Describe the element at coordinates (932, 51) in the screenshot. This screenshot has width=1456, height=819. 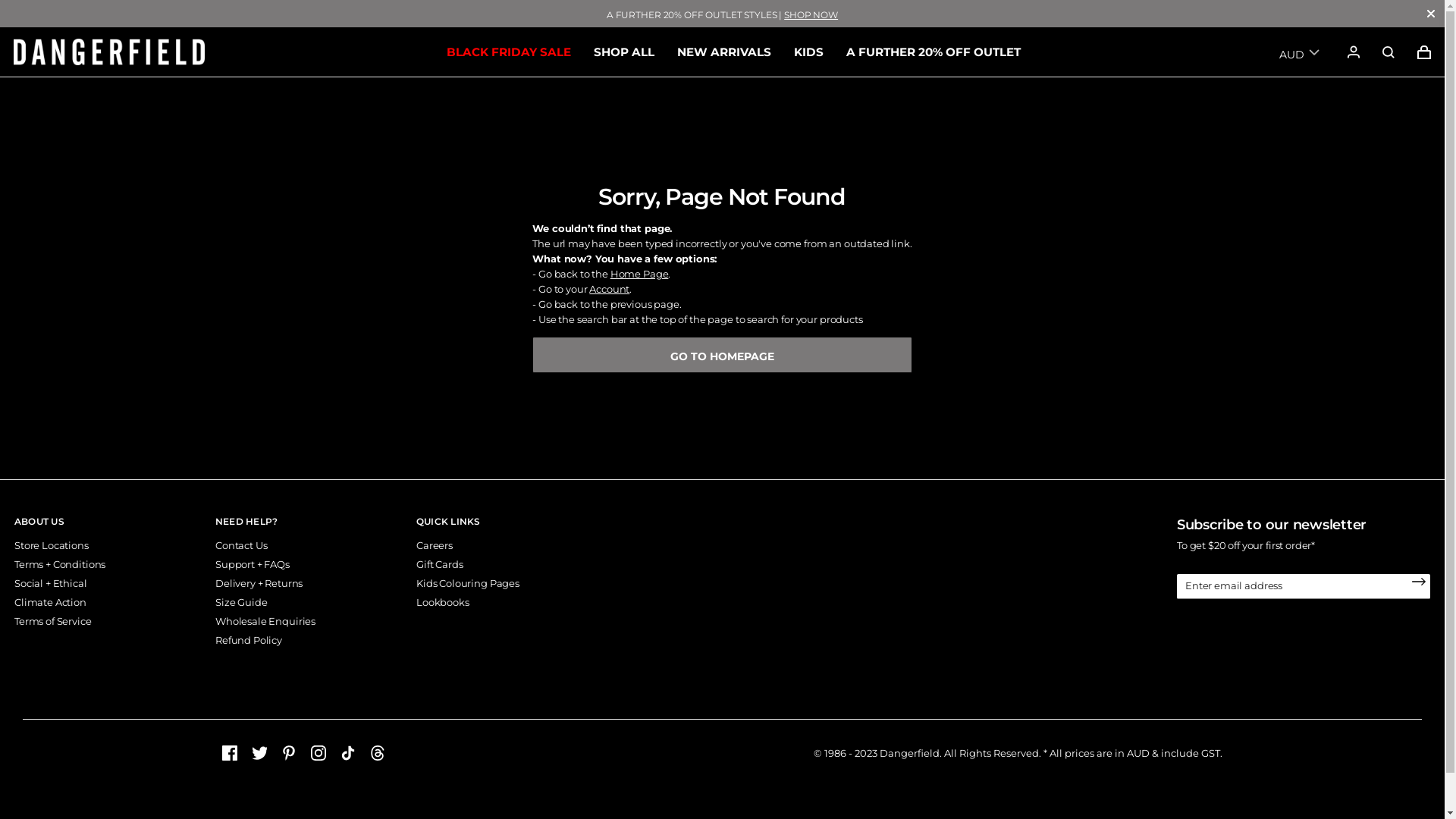
I see `'A FURTHER 20% OFF OUTLET'` at that location.